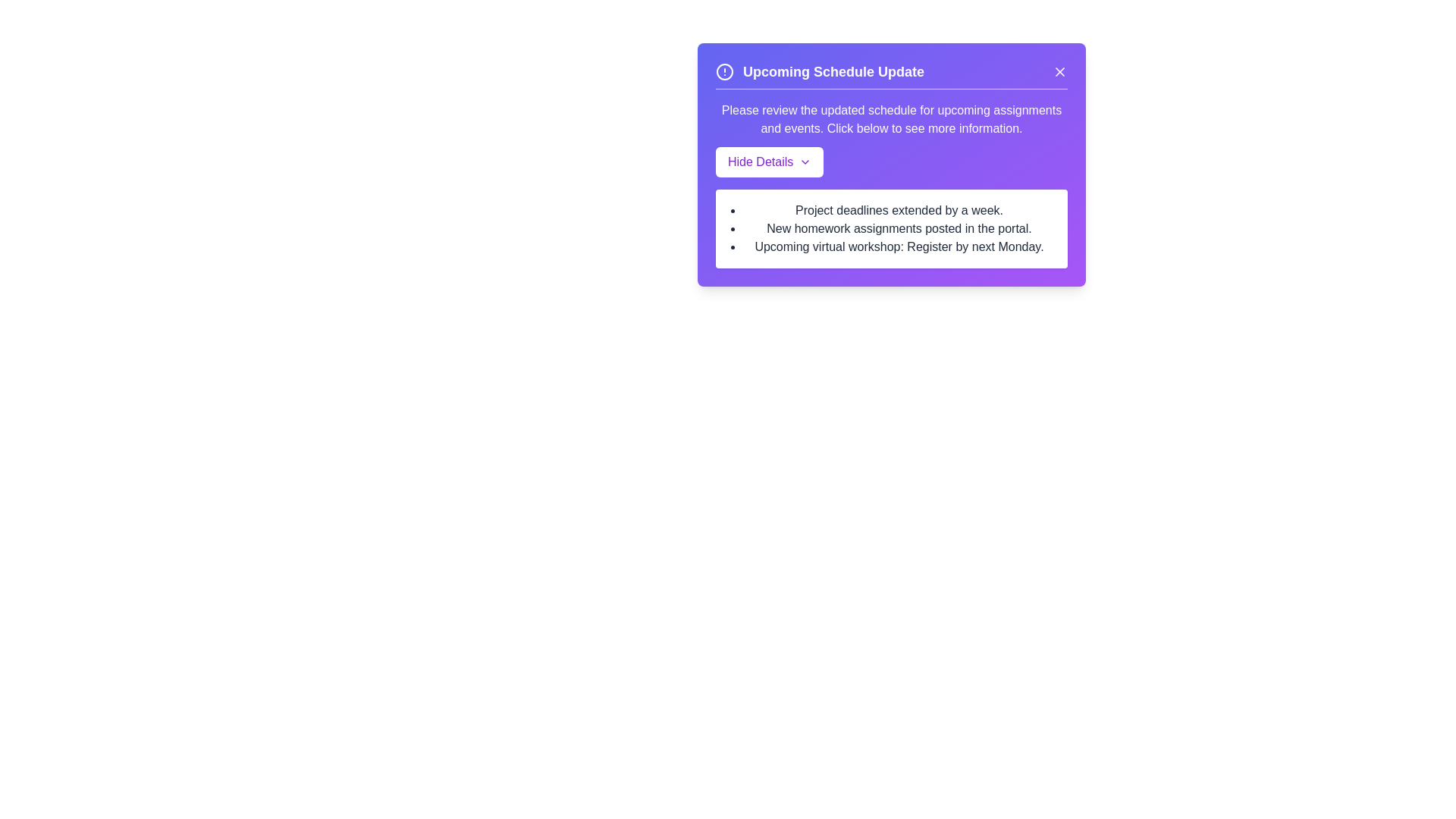  What do you see at coordinates (1059, 72) in the screenshot?
I see `the close button in the top-right corner of the alert` at bounding box center [1059, 72].